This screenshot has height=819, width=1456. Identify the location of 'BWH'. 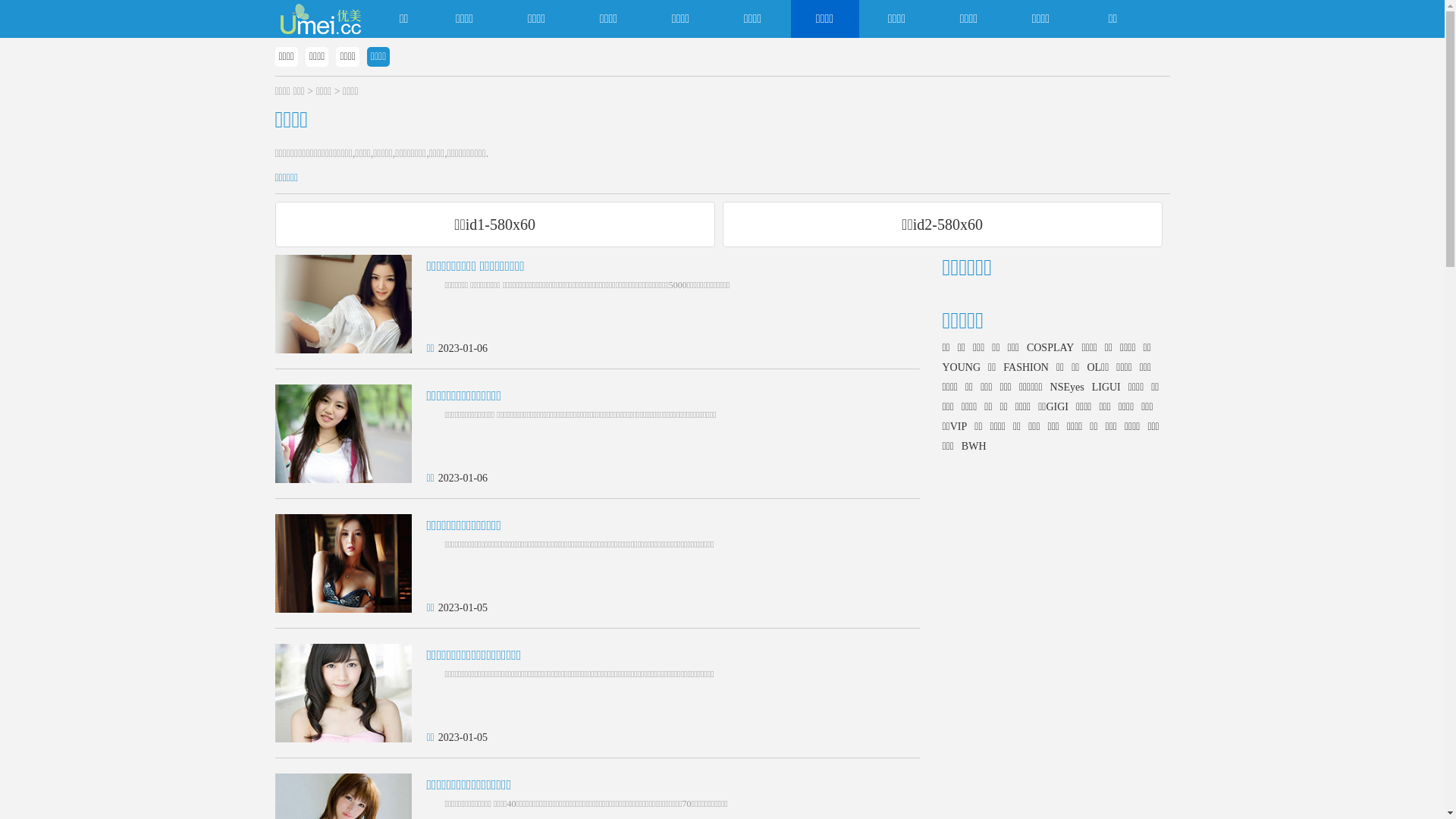
(960, 446).